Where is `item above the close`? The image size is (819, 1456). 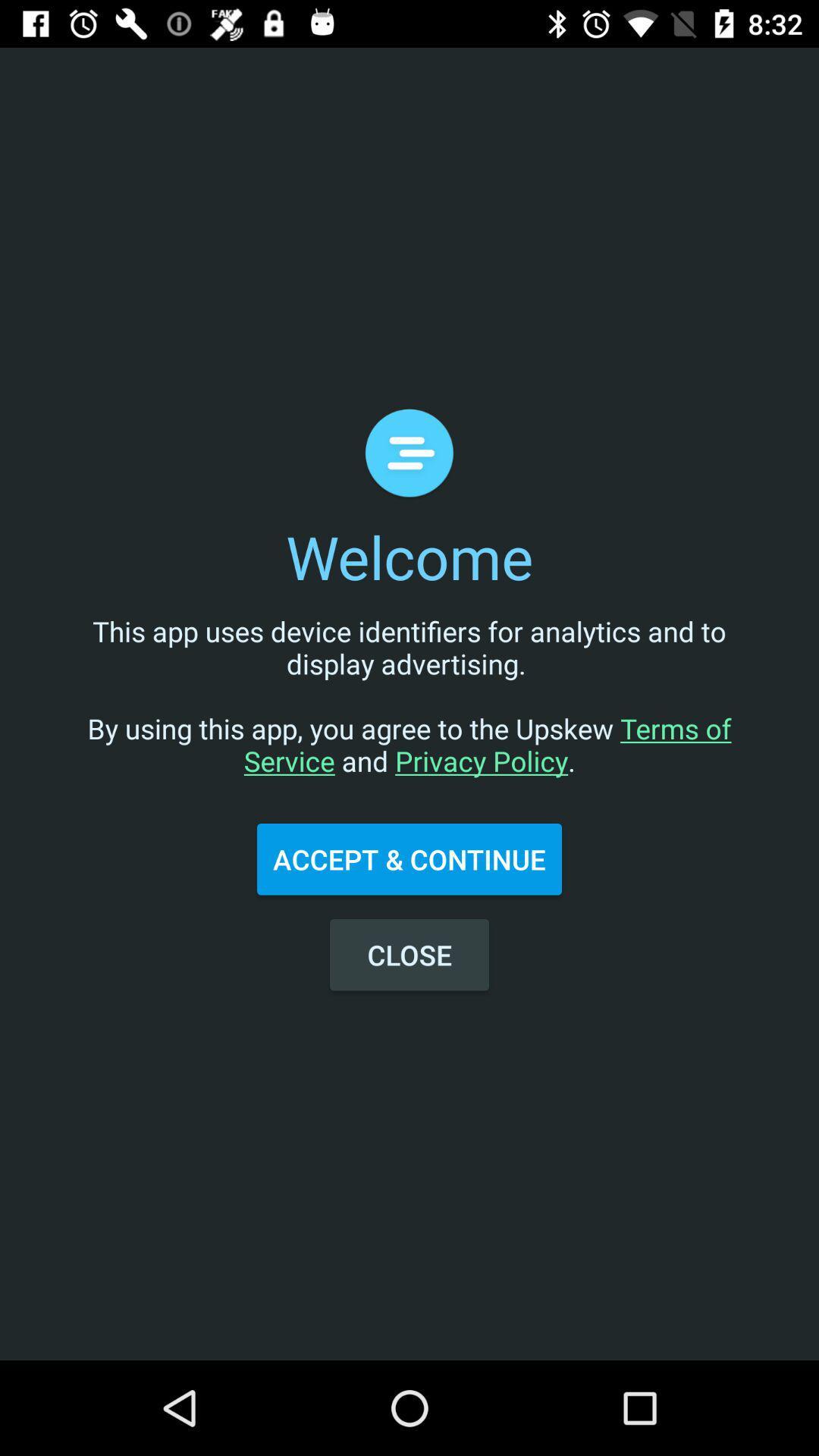 item above the close is located at coordinates (409, 859).